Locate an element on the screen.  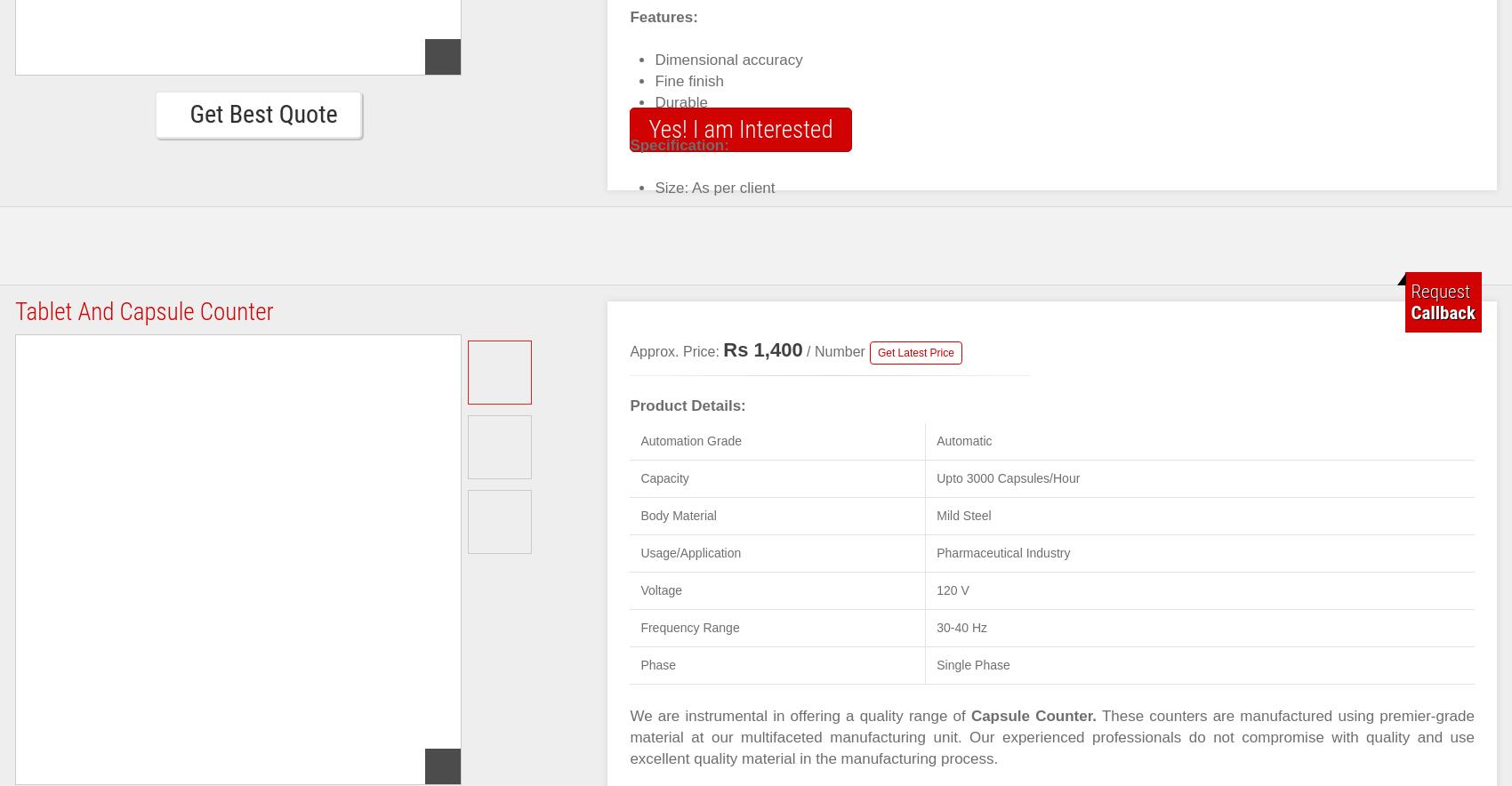
'Capsule Counter.' is located at coordinates (1033, 715).